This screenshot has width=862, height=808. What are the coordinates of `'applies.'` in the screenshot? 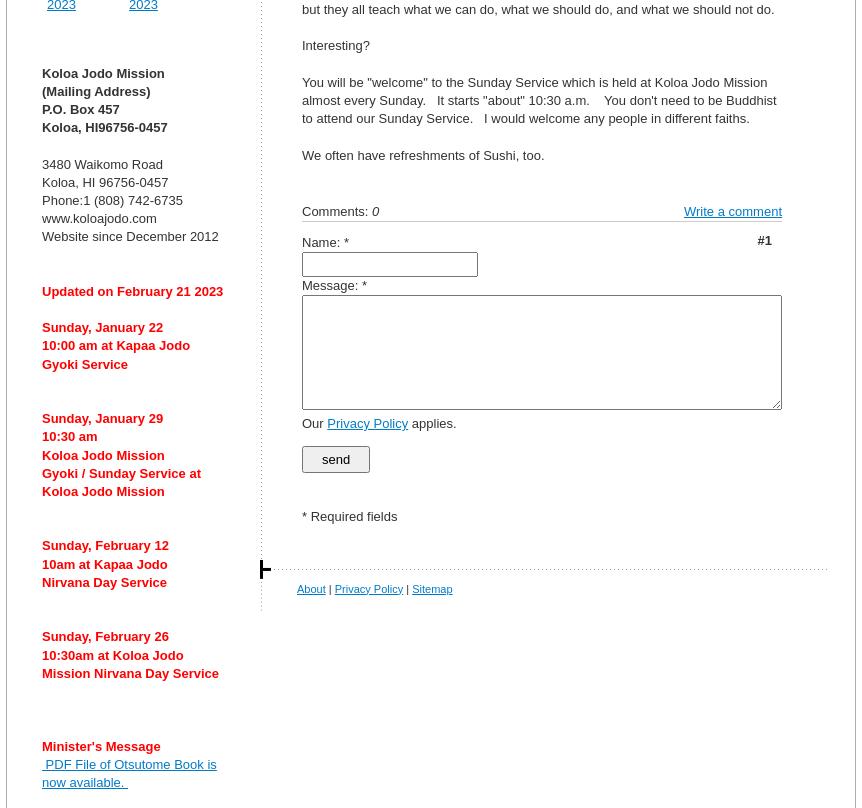 It's located at (432, 423).